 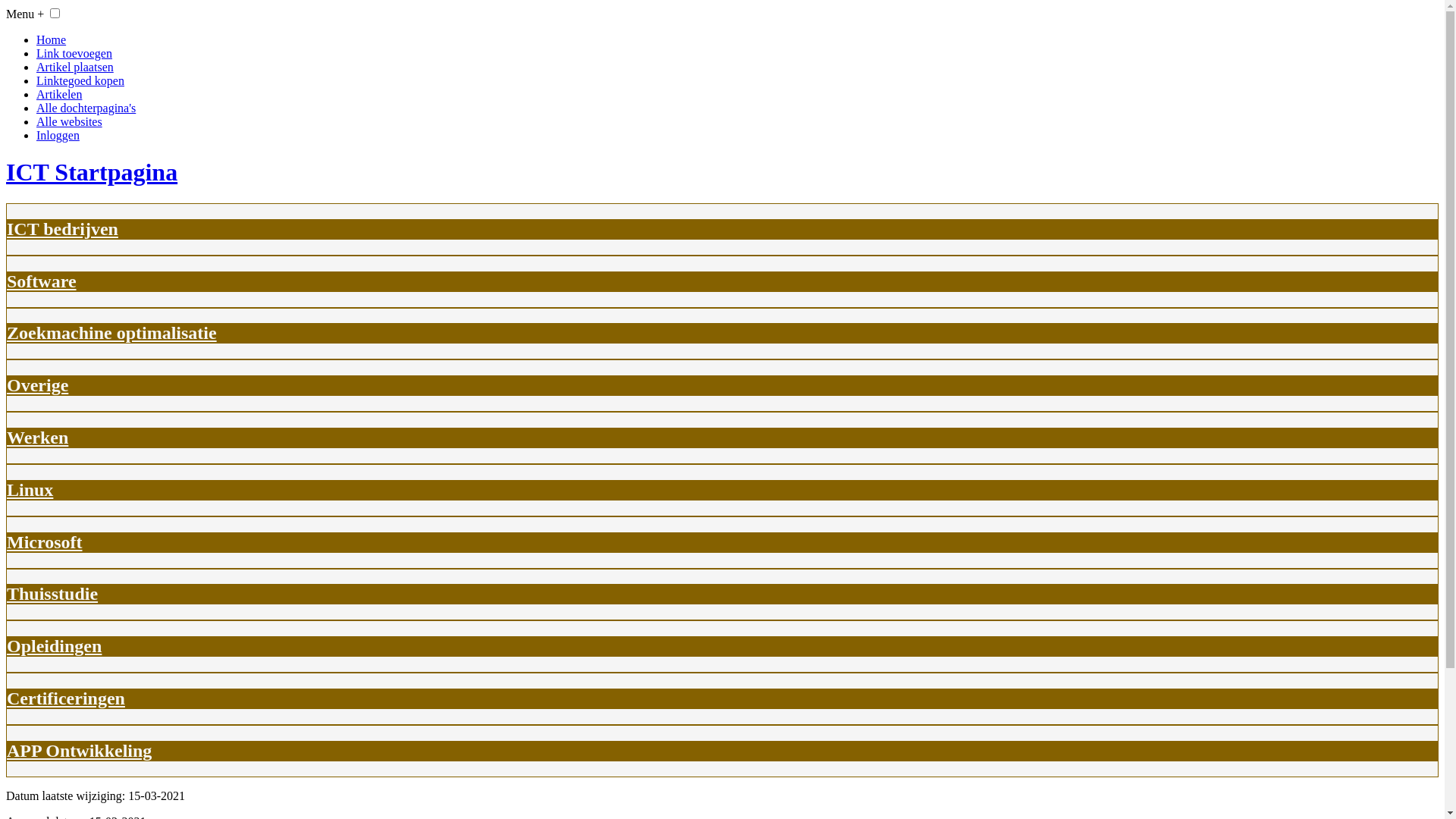 I want to click on 'Home', so click(x=36, y=39).